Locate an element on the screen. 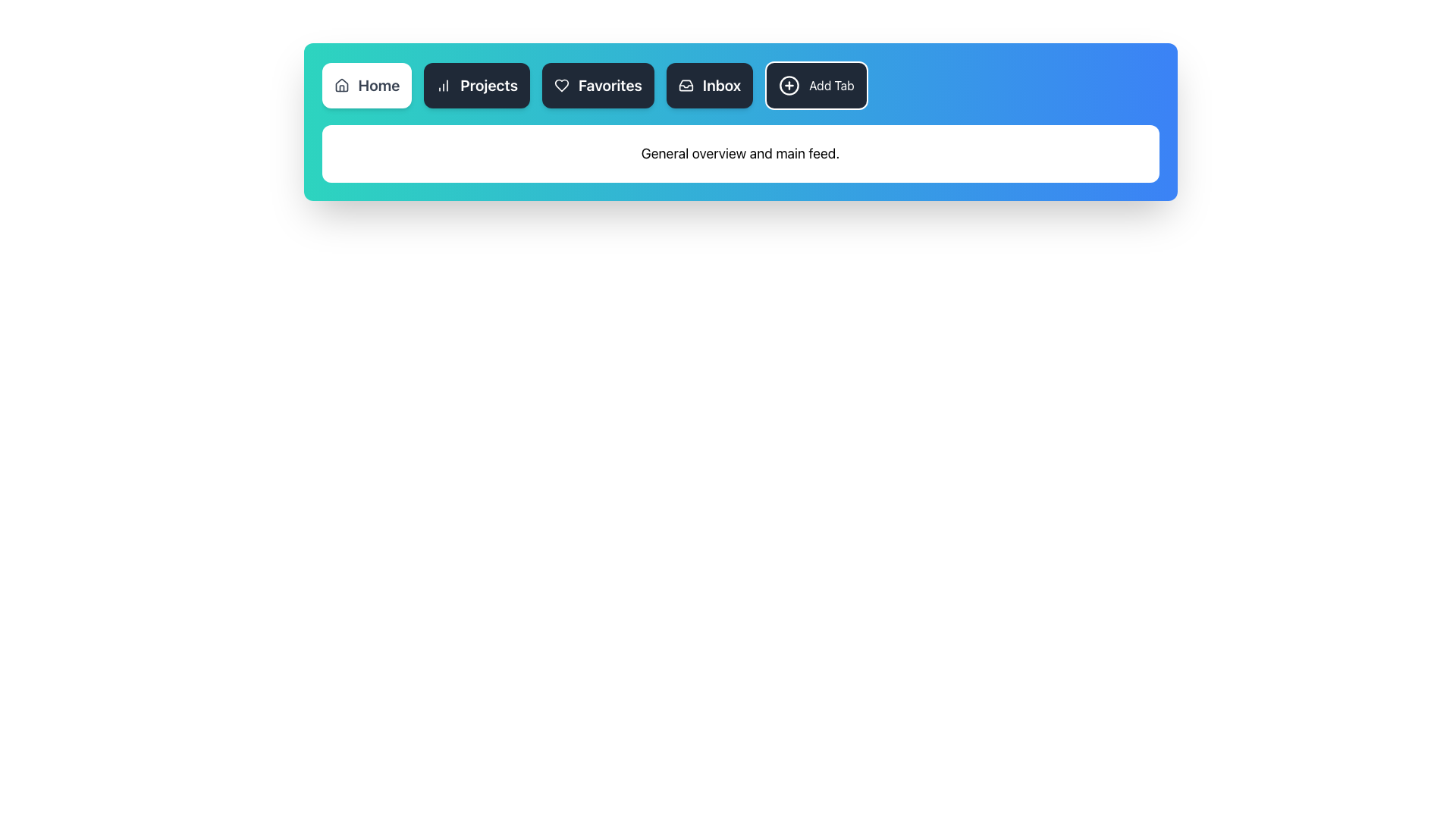 This screenshot has width=1456, height=819. the heart-shaped icon within the 'Favorites' button, which is the third button from the left in the top navigation bar is located at coordinates (560, 85).